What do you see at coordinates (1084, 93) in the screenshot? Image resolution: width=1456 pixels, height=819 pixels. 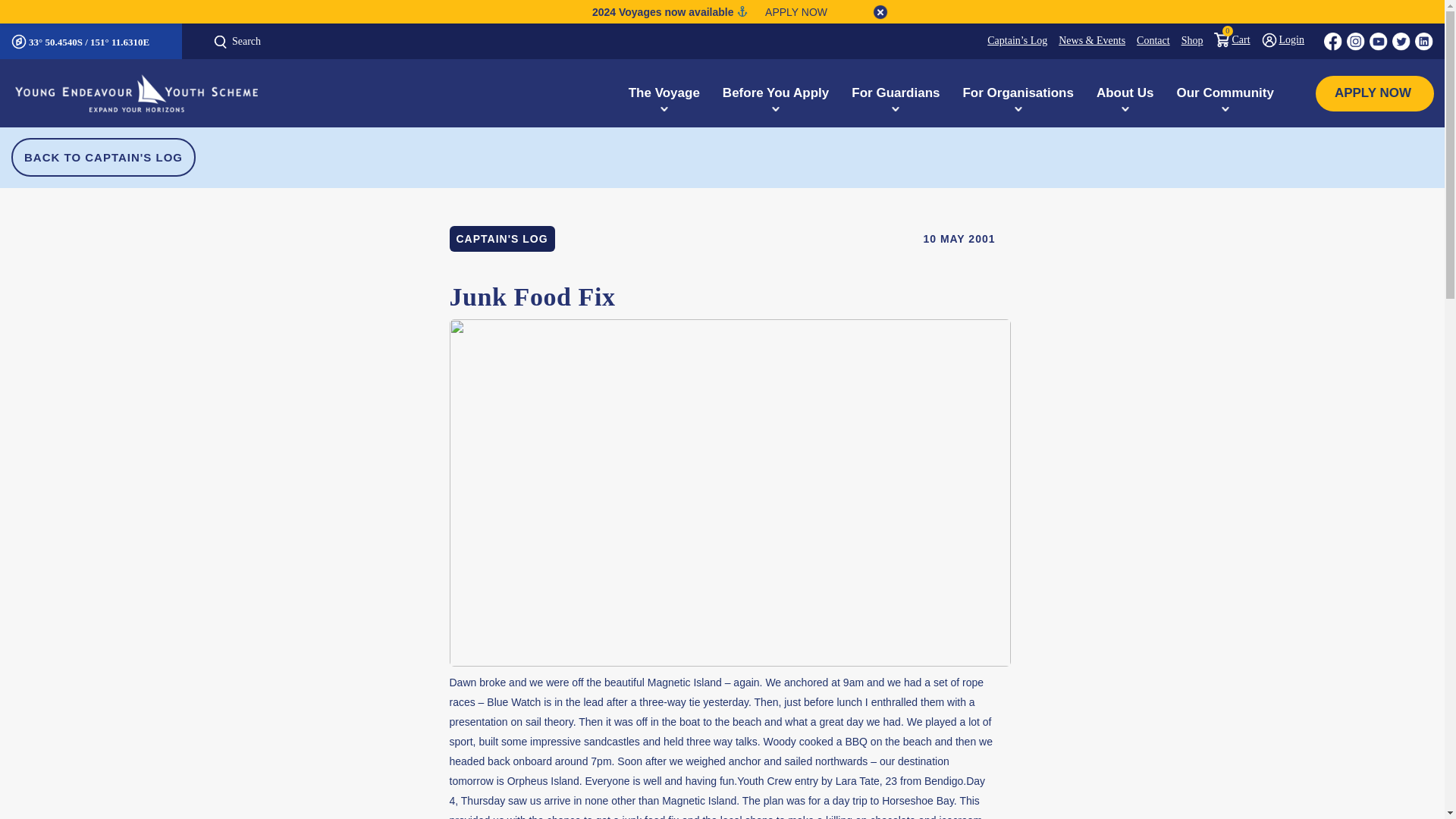 I see `'About Us'` at bounding box center [1084, 93].